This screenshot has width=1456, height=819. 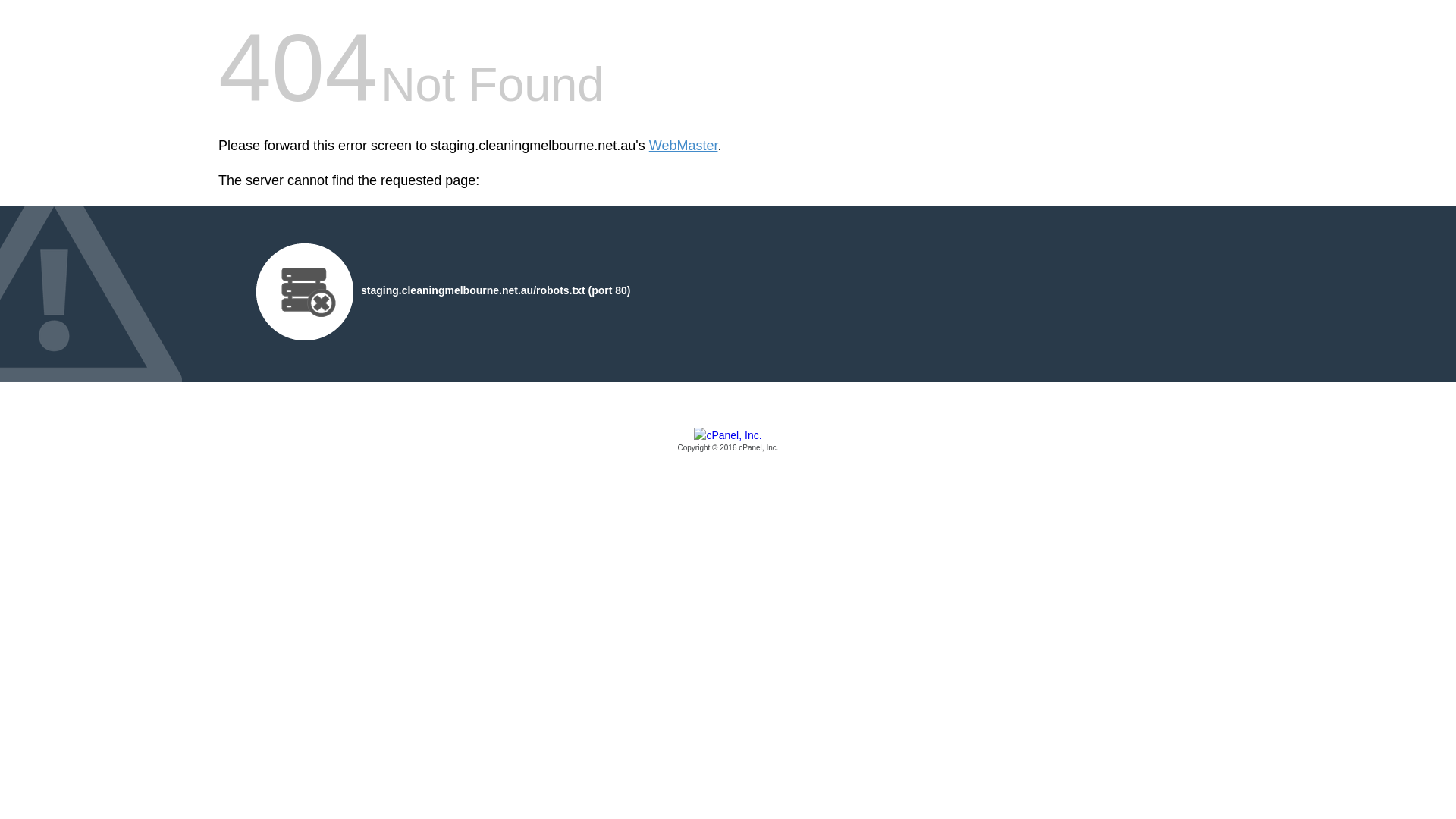 What do you see at coordinates (682, 146) in the screenshot?
I see `'WebMaster'` at bounding box center [682, 146].